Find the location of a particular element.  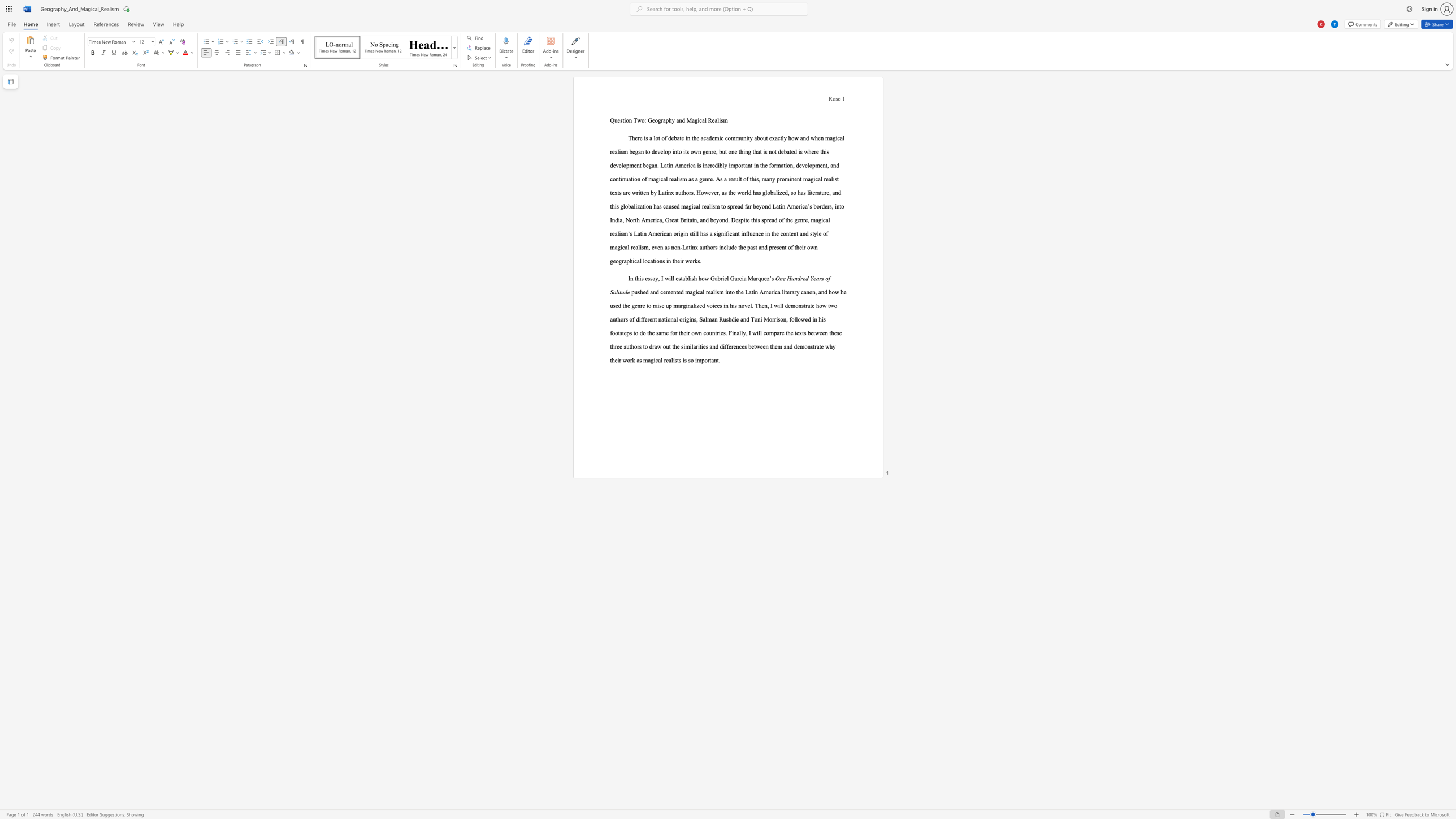

the subset text "ficant influenc" within the text "significant influence" is located at coordinates (725, 233).